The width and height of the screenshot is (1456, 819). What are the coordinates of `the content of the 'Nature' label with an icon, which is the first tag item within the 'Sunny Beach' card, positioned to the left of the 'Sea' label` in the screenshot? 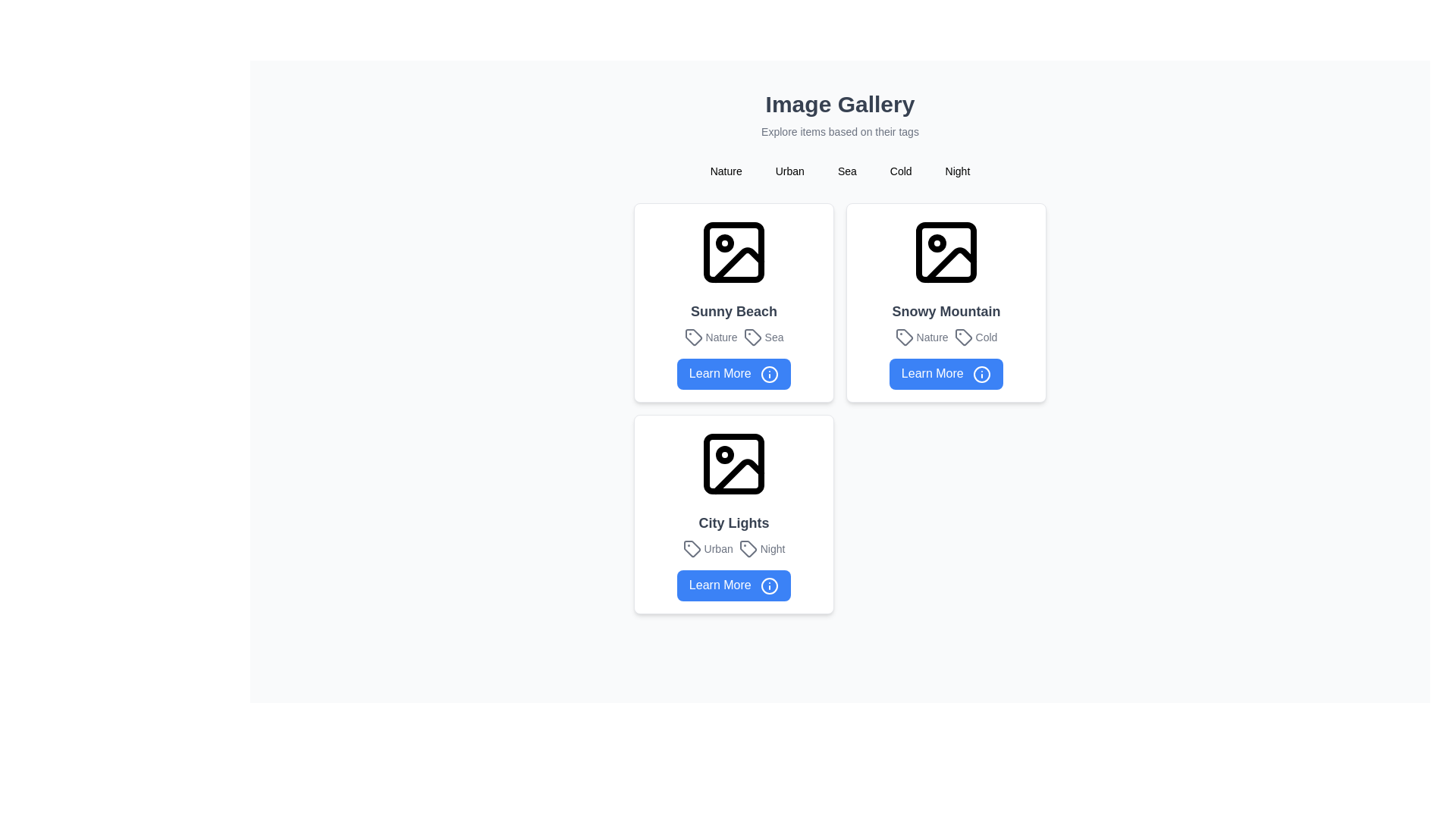 It's located at (710, 336).